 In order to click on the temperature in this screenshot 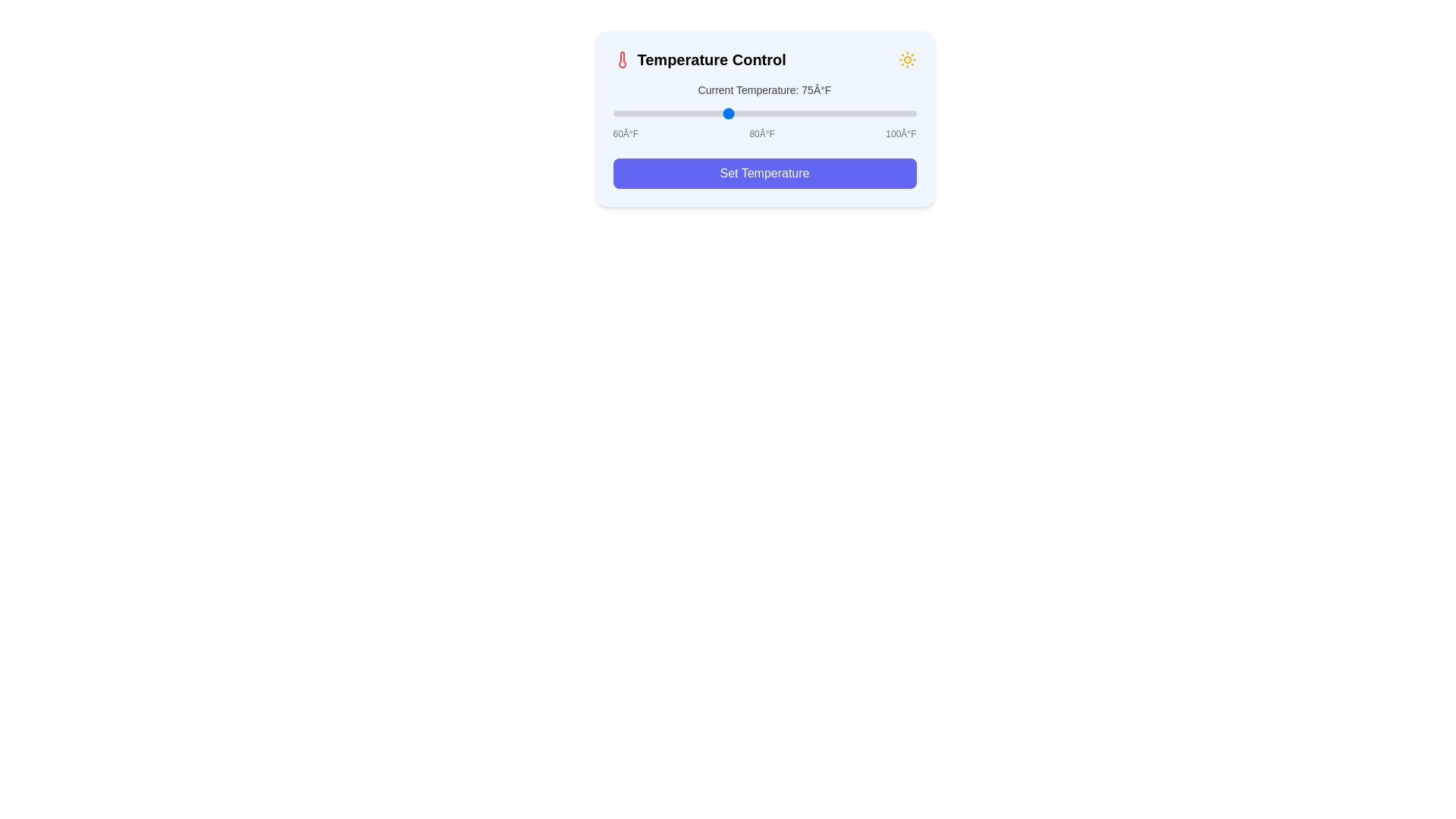, I will do `click(809, 113)`.